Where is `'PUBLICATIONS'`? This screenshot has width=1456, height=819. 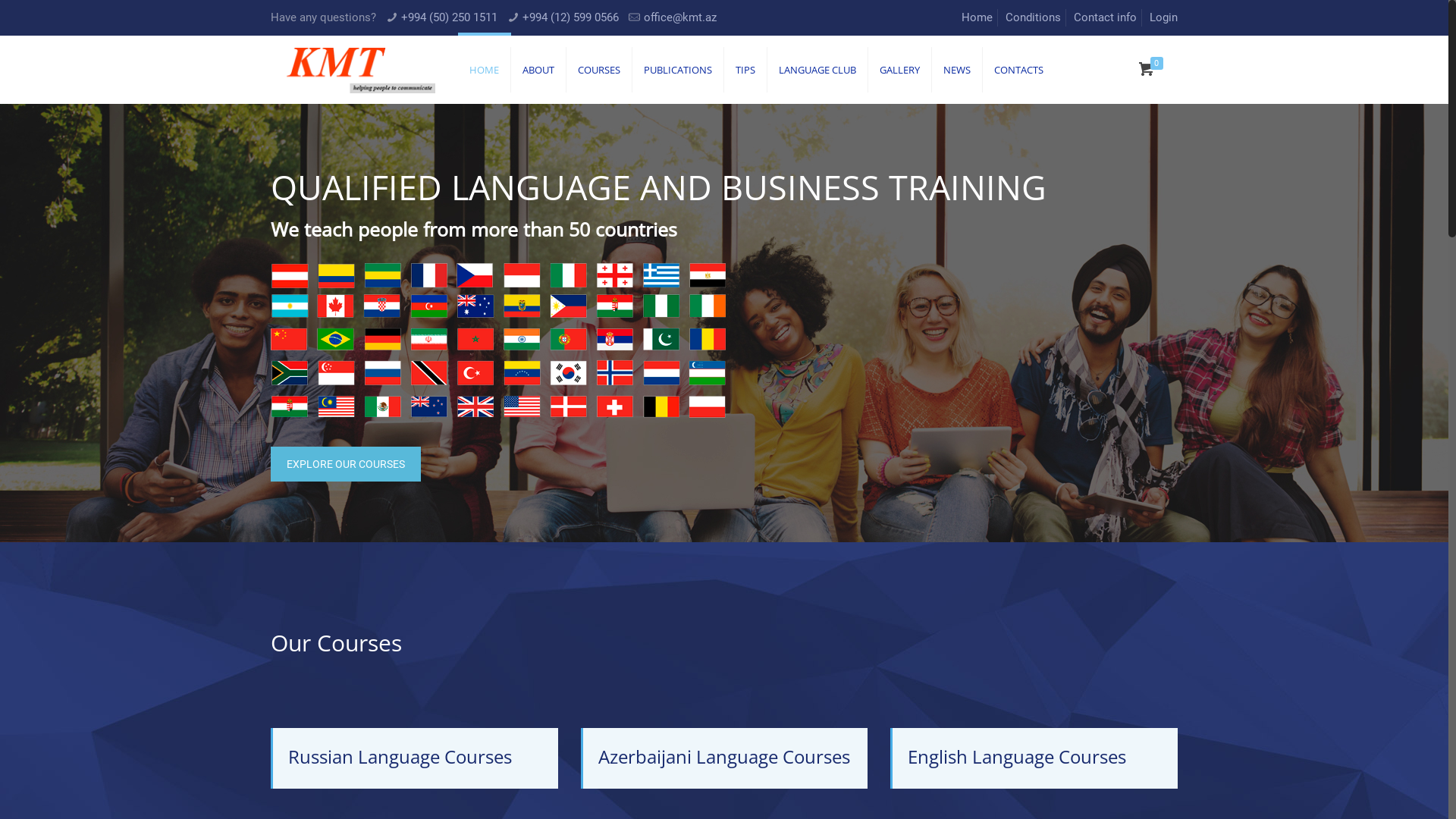
'PUBLICATIONS' is located at coordinates (677, 70).